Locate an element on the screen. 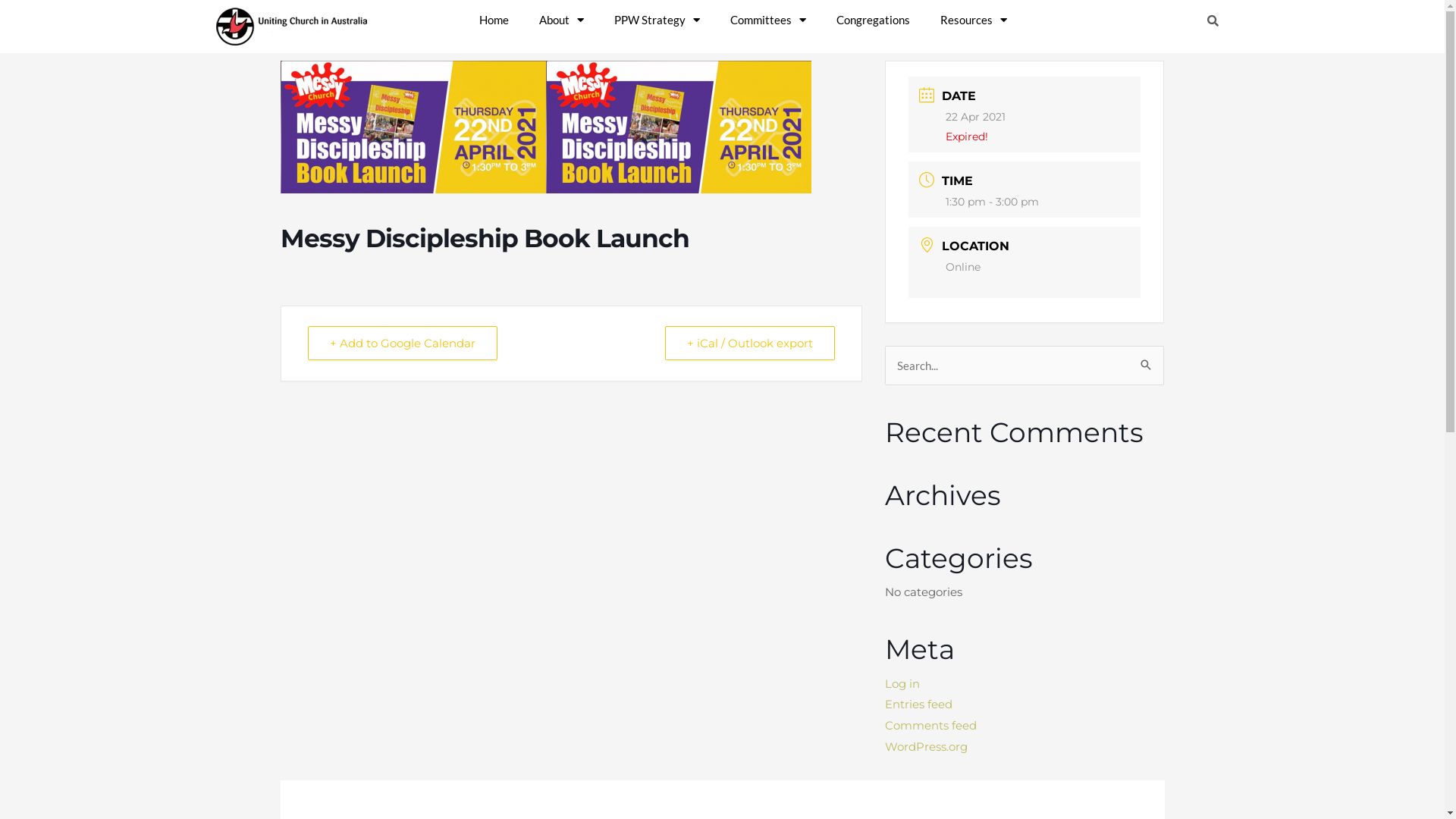 The width and height of the screenshot is (1456, 819). 'WordPress.org' is located at coordinates (925, 745).